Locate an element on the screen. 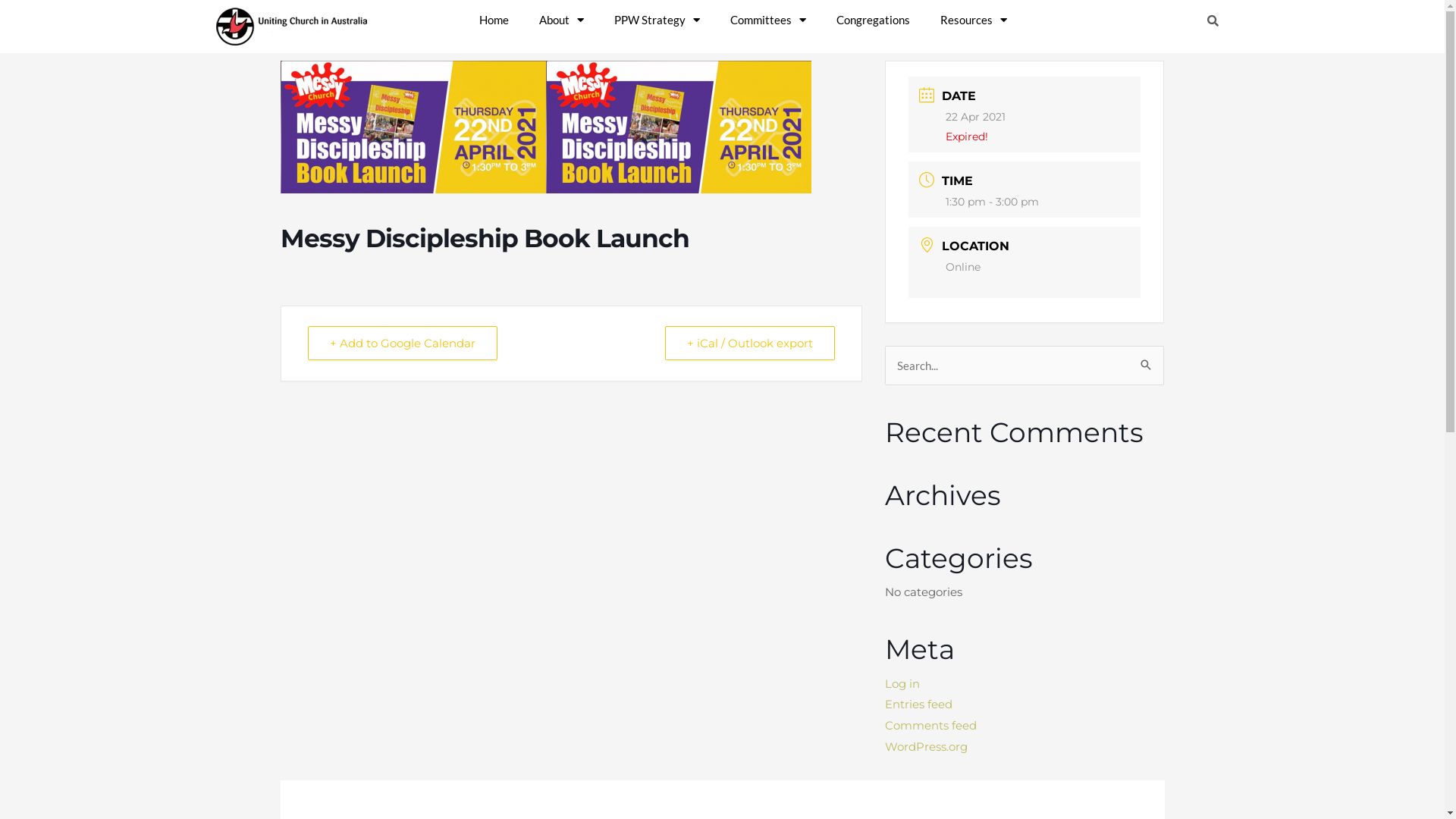 The width and height of the screenshot is (1456, 819). 'WordPress.org' is located at coordinates (925, 745).